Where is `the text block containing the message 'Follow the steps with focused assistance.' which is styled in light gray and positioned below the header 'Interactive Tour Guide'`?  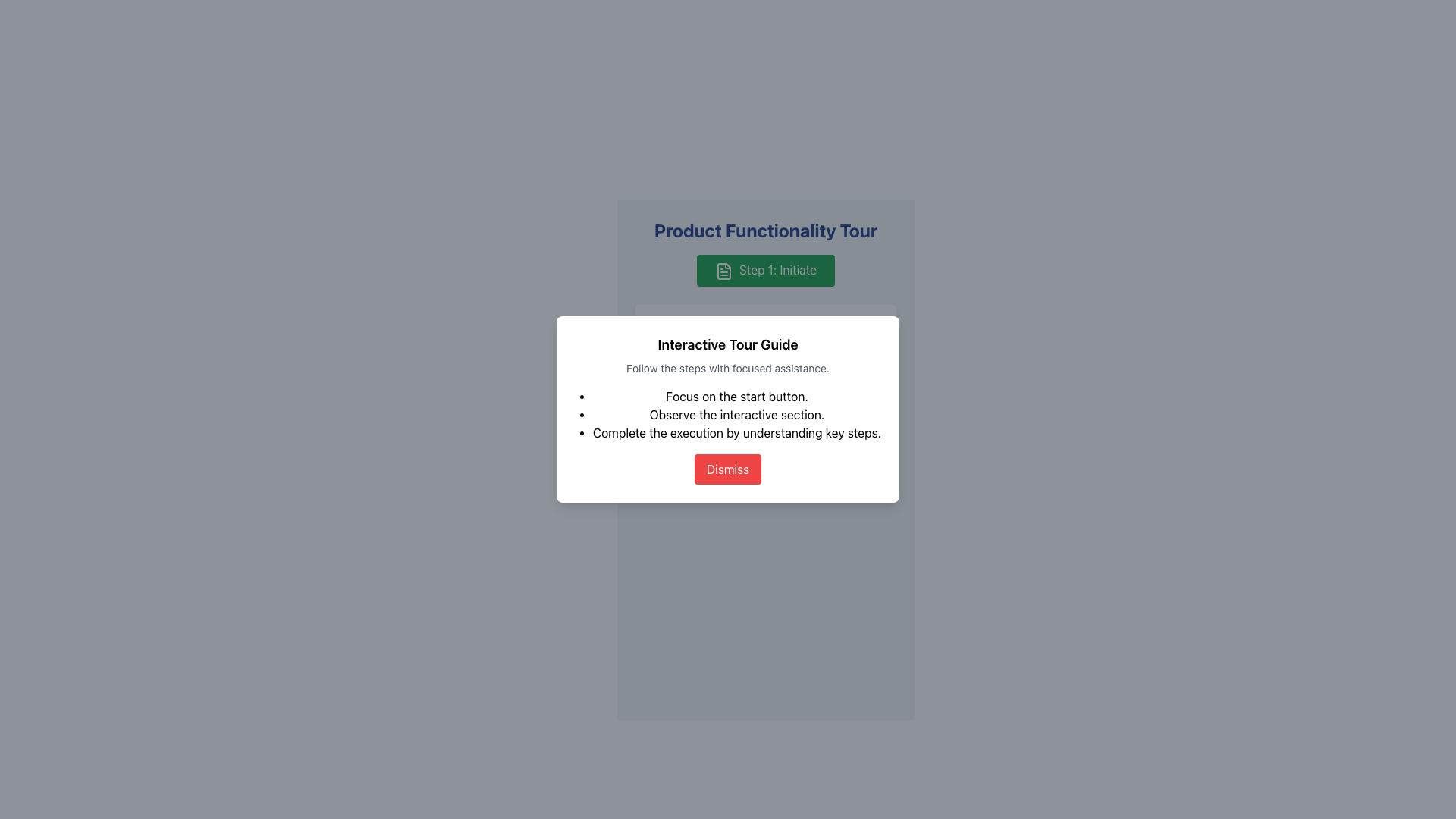 the text block containing the message 'Follow the steps with focused assistance.' which is styled in light gray and positioned below the header 'Interactive Tour Guide' is located at coordinates (728, 369).